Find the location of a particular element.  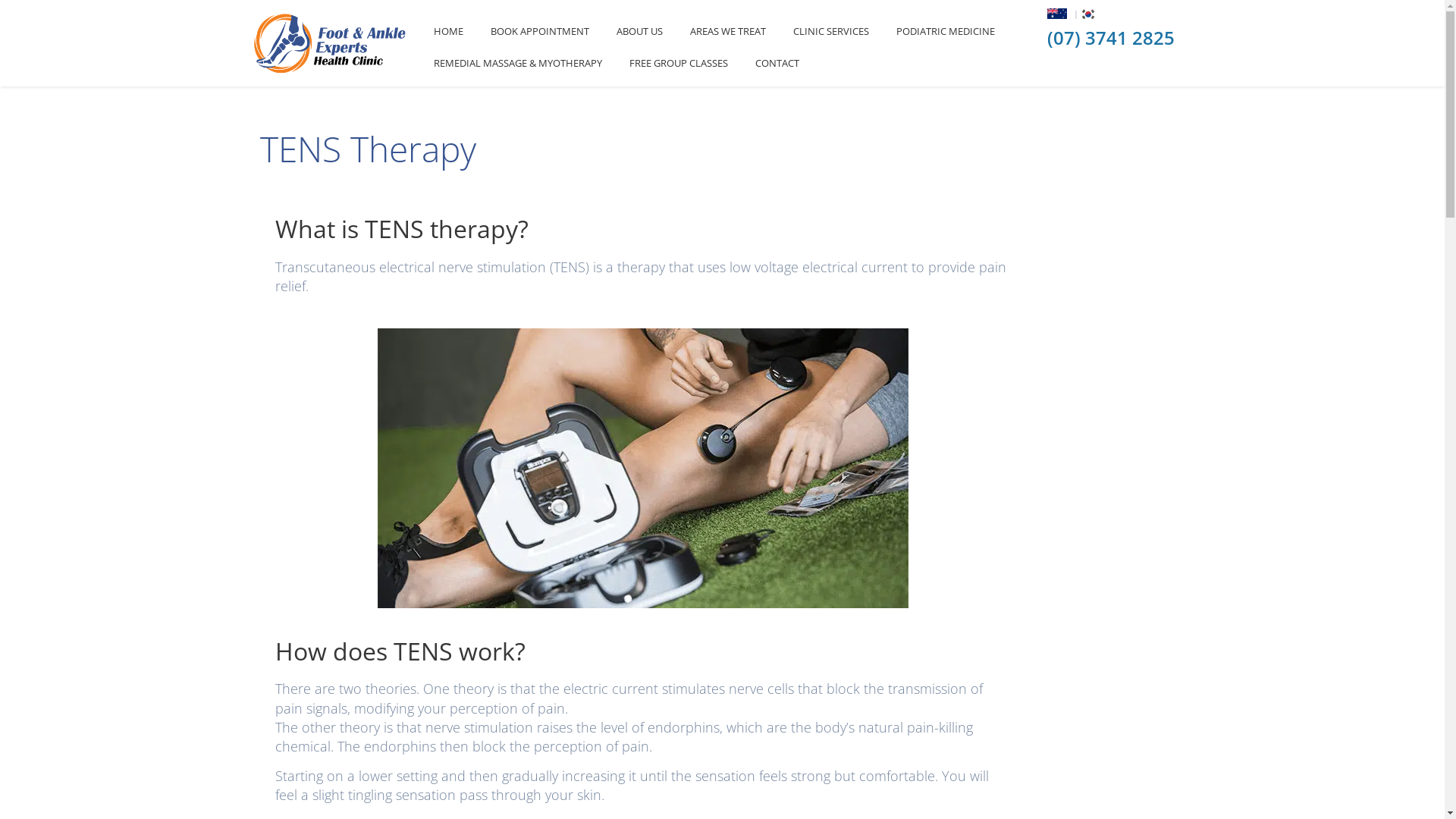

'Foot & Ankle Experts Health Clinic' is located at coordinates (329, 42).